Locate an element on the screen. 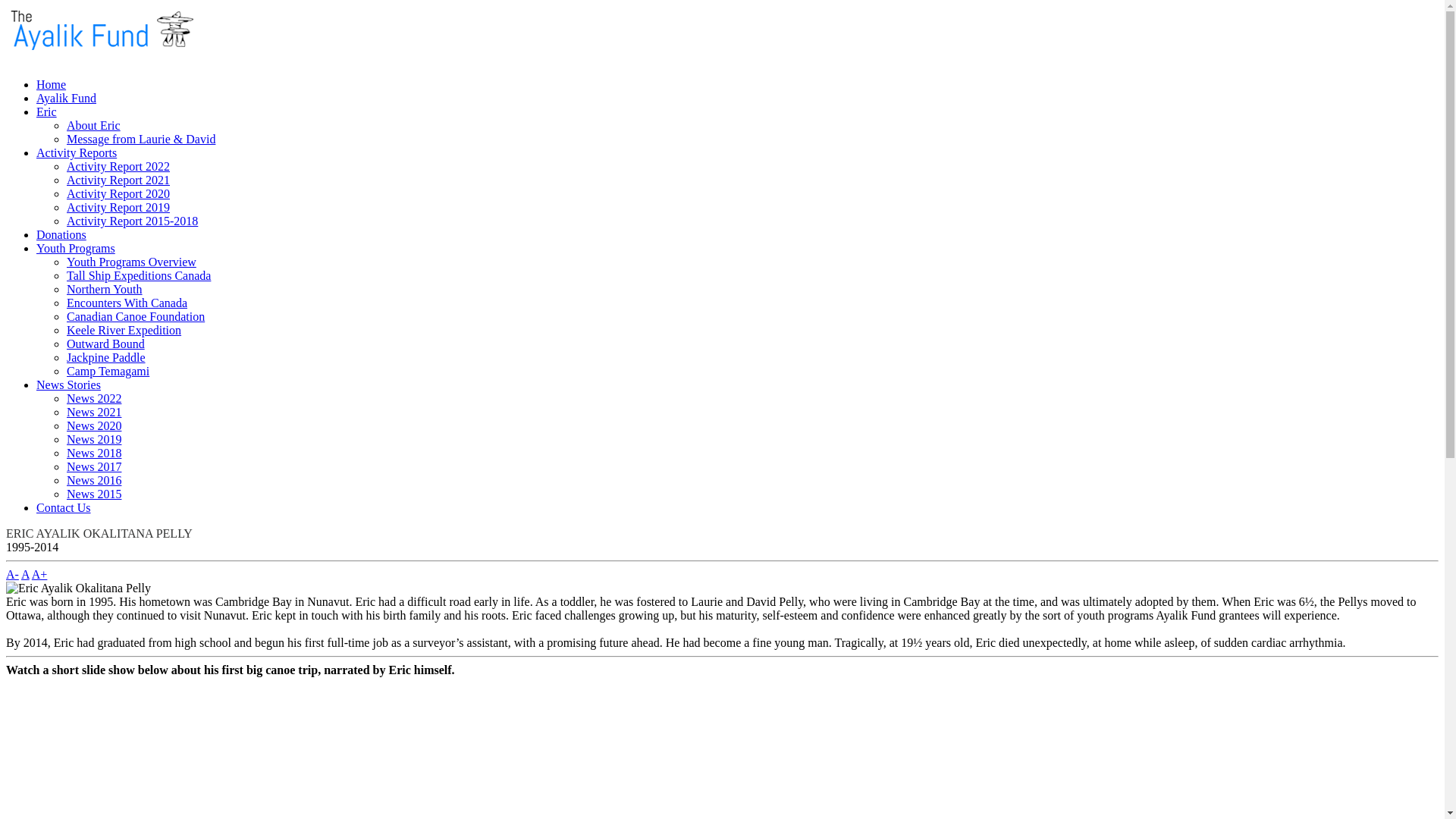 This screenshot has width=1456, height=819. 'About Eric' is located at coordinates (93, 124).